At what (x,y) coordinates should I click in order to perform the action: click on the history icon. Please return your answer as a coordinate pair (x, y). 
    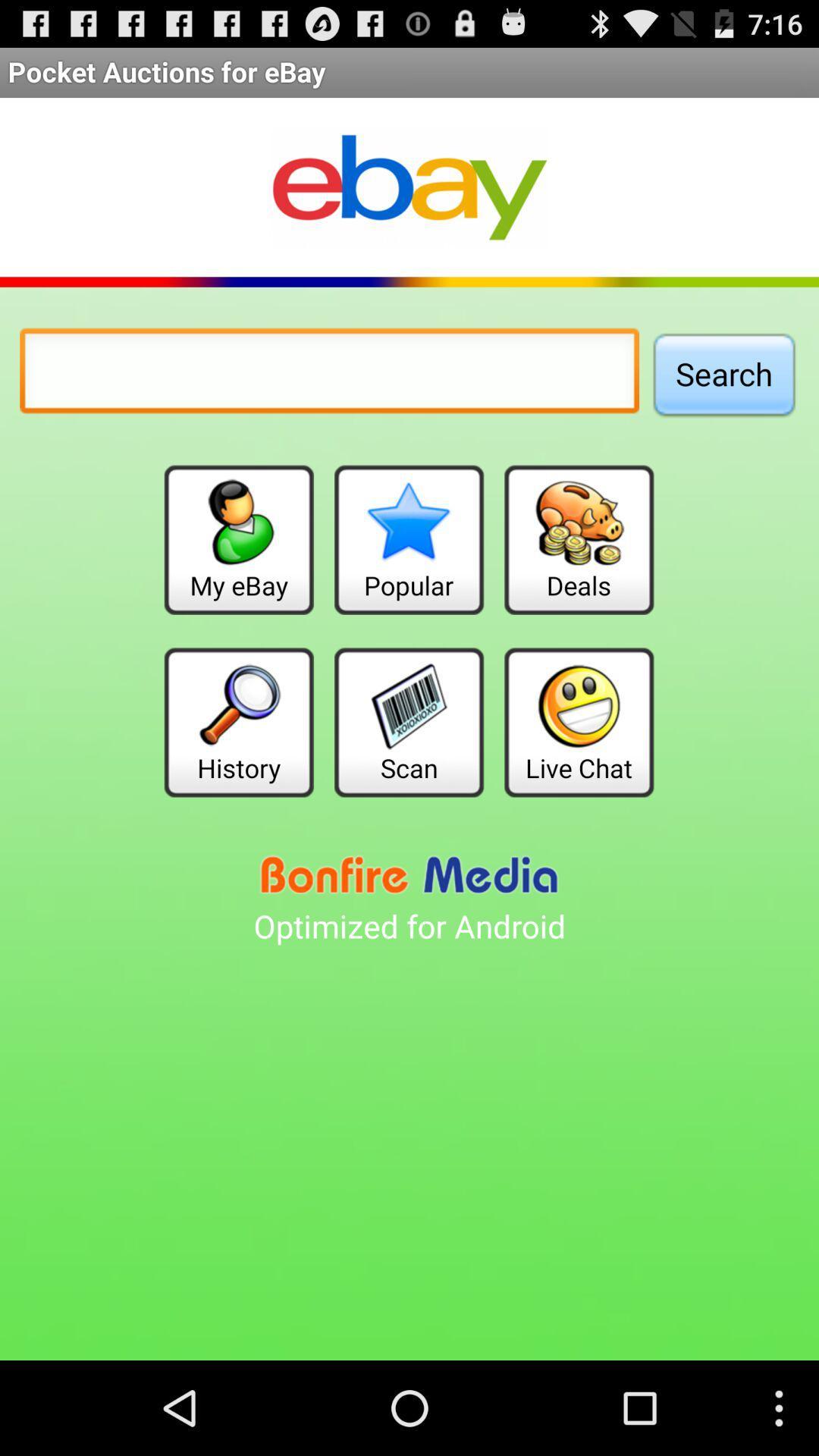
    Looking at the image, I should click on (239, 721).